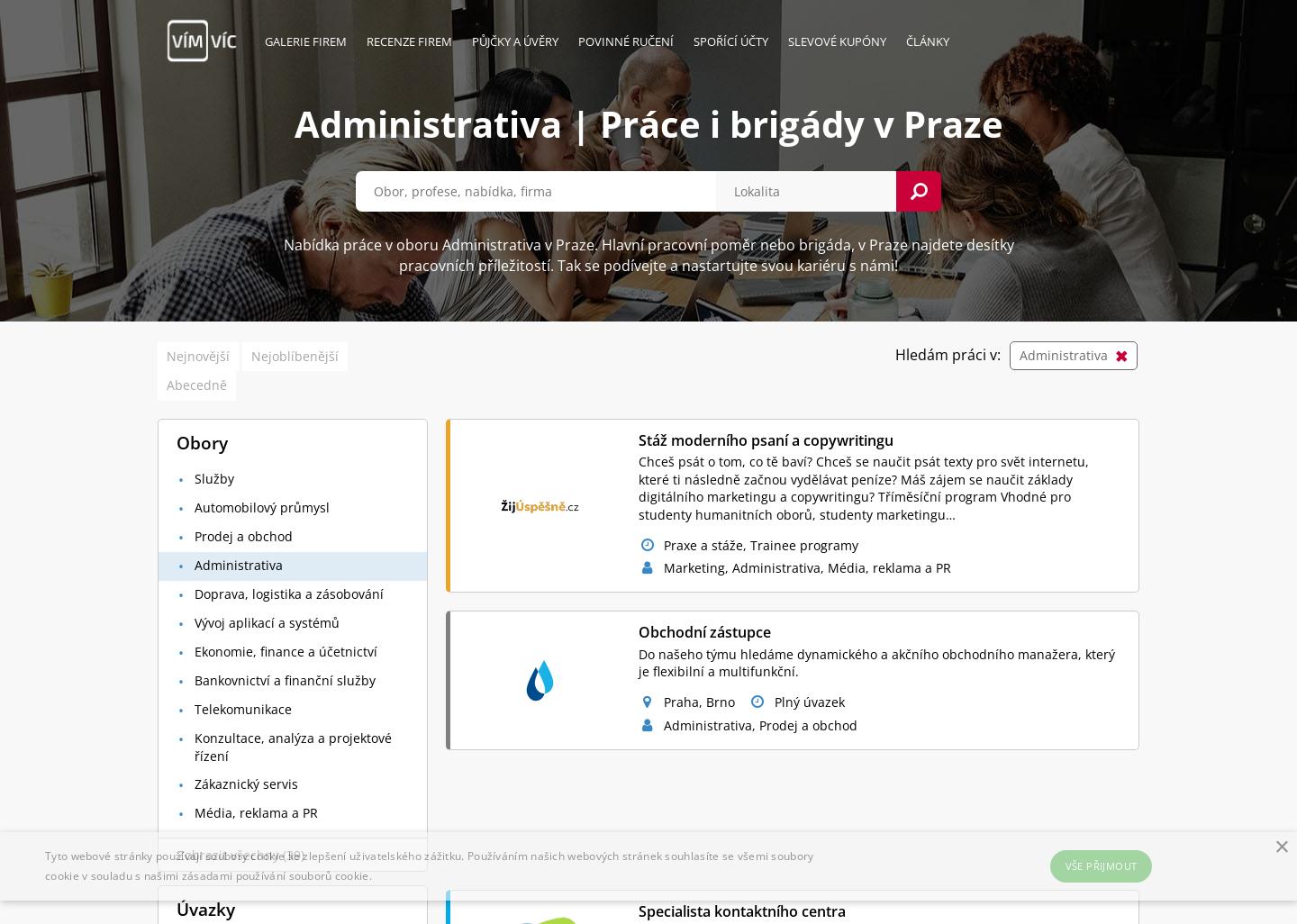  Describe the element at coordinates (195, 593) in the screenshot. I see `'Doprava, logistika a zásobování'` at that location.